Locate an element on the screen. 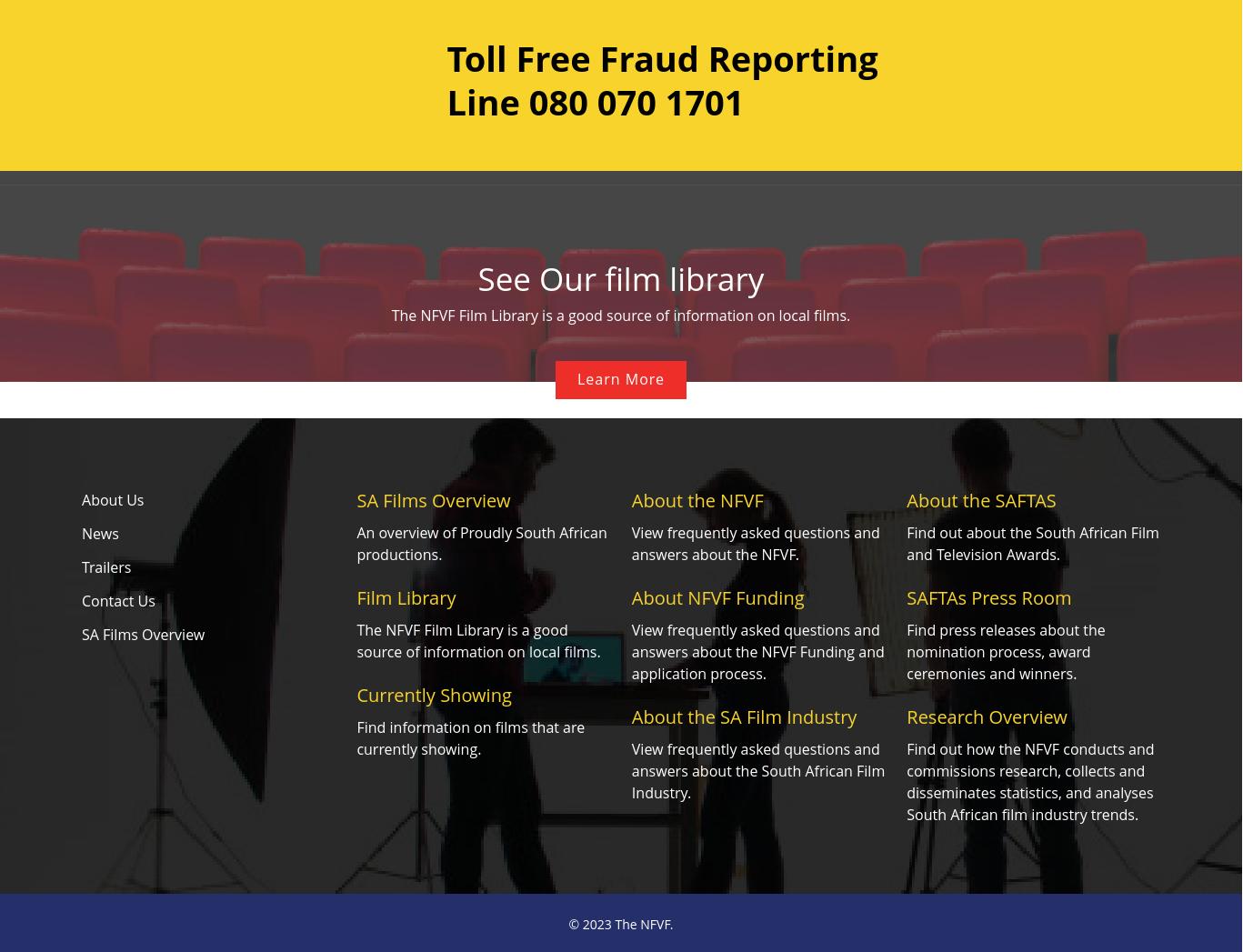 The image size is (1243, 952). 'Research Overview' is located at coordinates (985, 716).